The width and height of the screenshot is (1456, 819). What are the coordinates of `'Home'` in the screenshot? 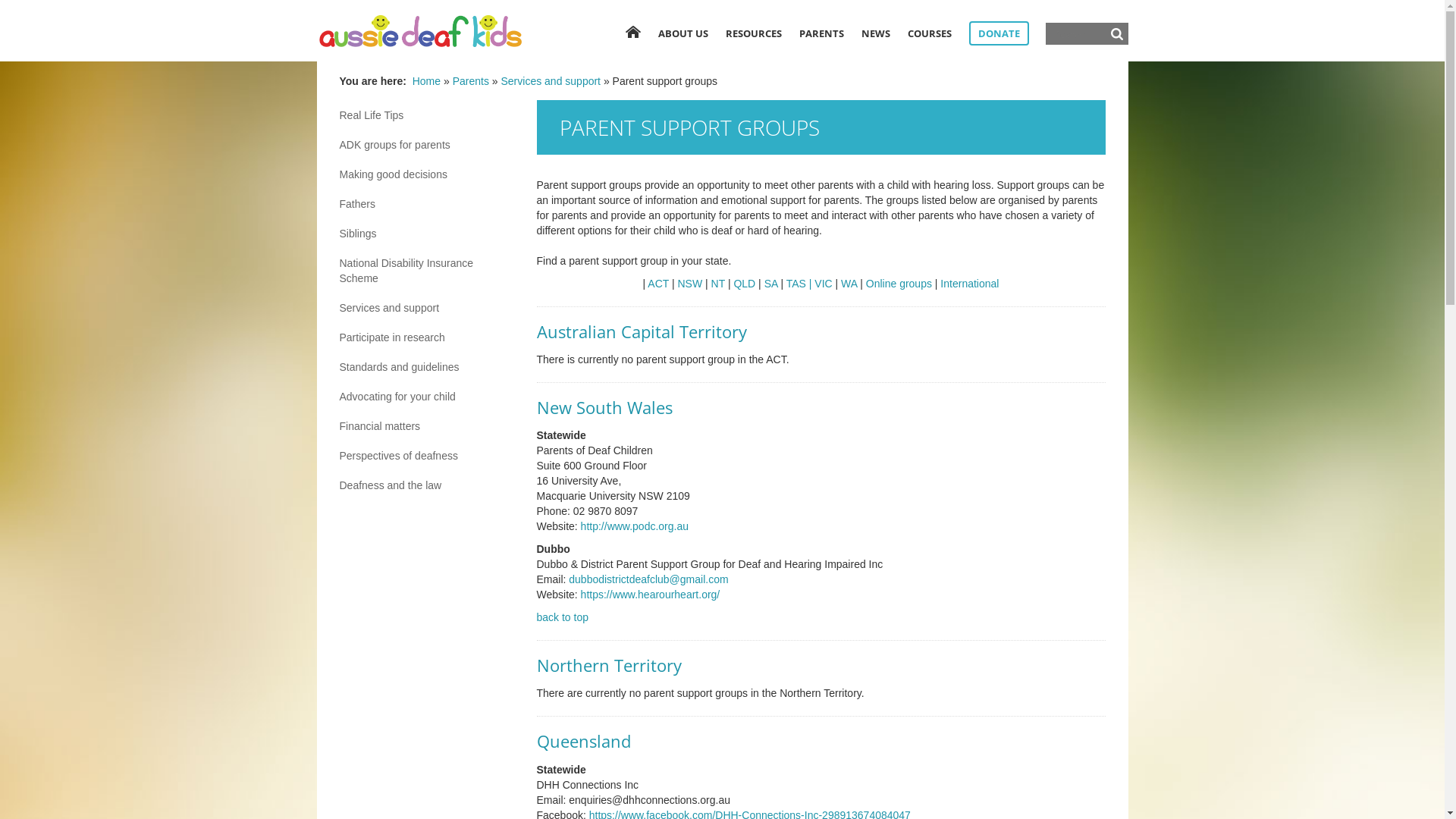 It's located at (425, 81).